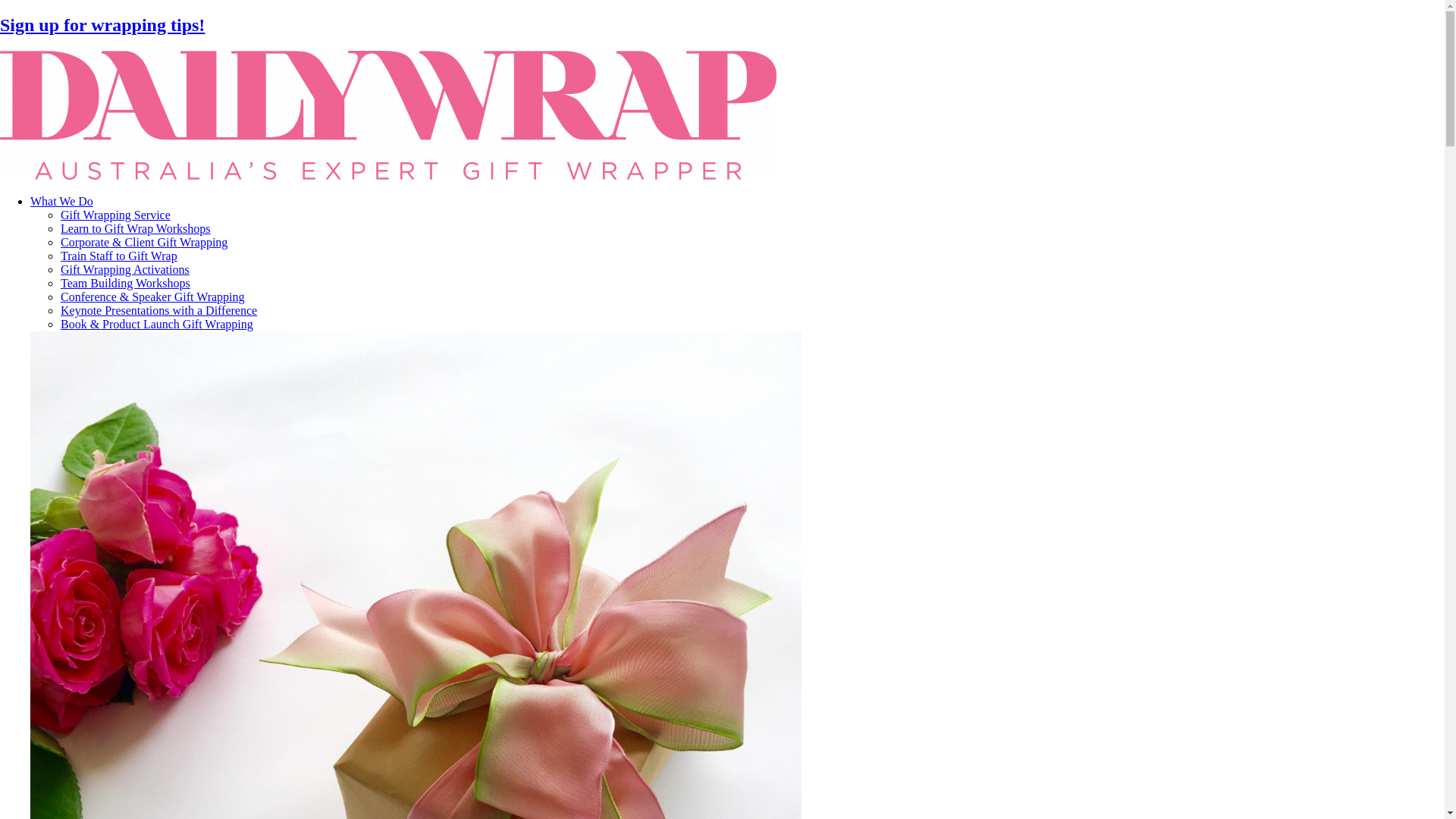 Image resolution: width=1456 pixels, height=819 pixels. Describe the element at coordinates (118, 255) in the screenshot. I see `'Train Staff to Gift Wrap'` at that location.